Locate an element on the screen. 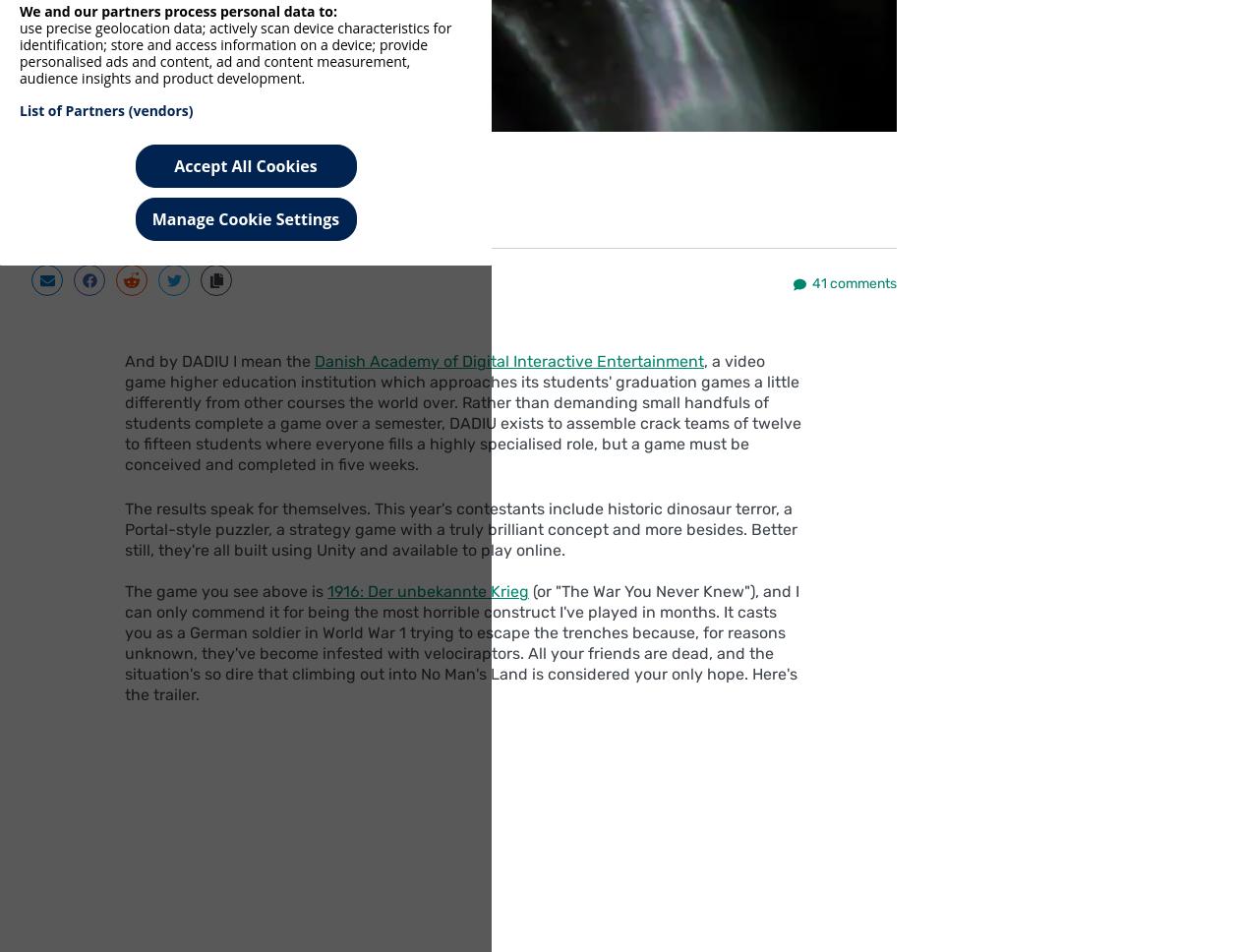 The height and width of the screenshot is (952, 1239). 'Published on' is located at coordinates (162, 199).